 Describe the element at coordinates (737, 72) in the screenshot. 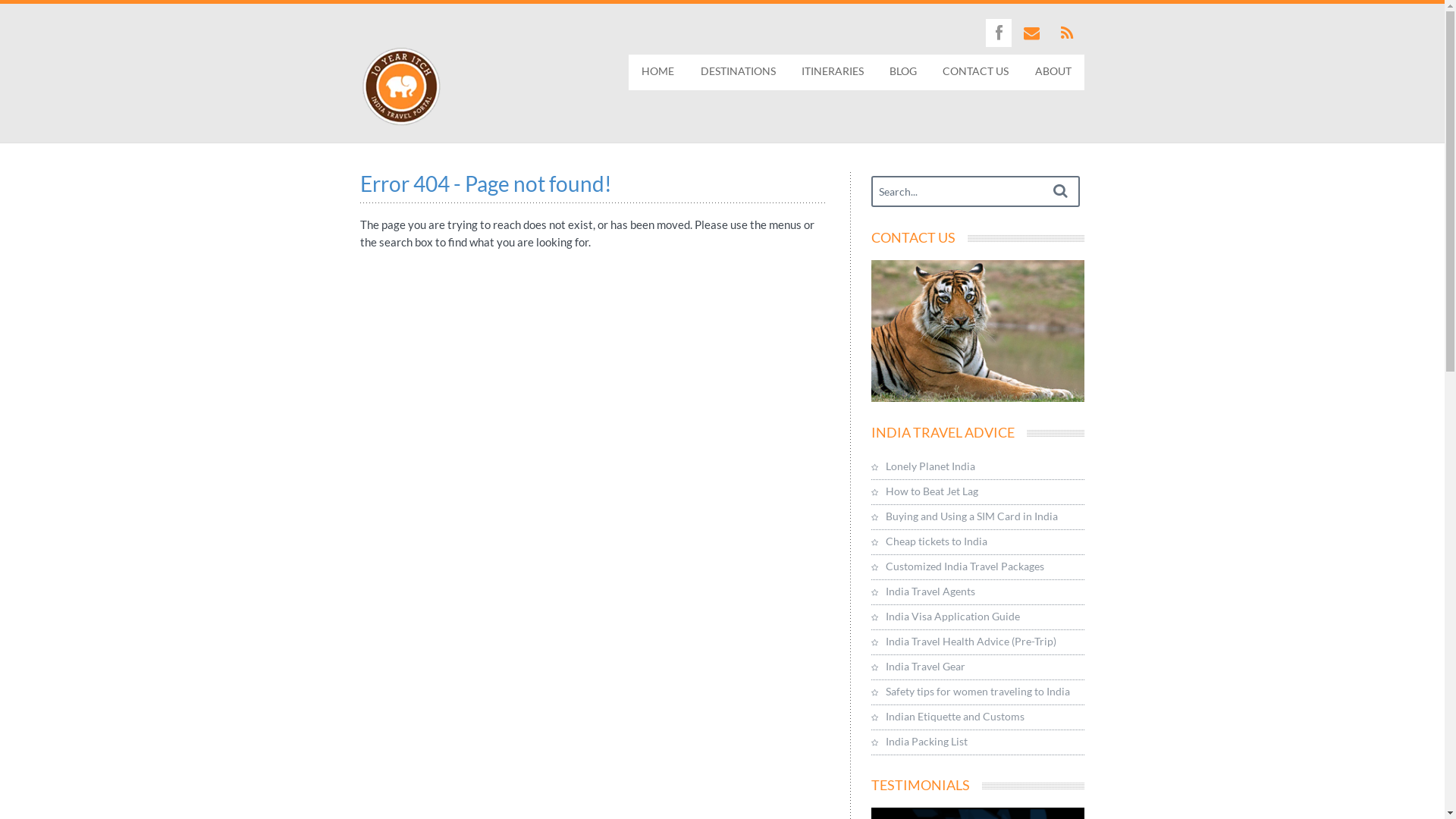

I see `'DESTINATIONS'` at that location.